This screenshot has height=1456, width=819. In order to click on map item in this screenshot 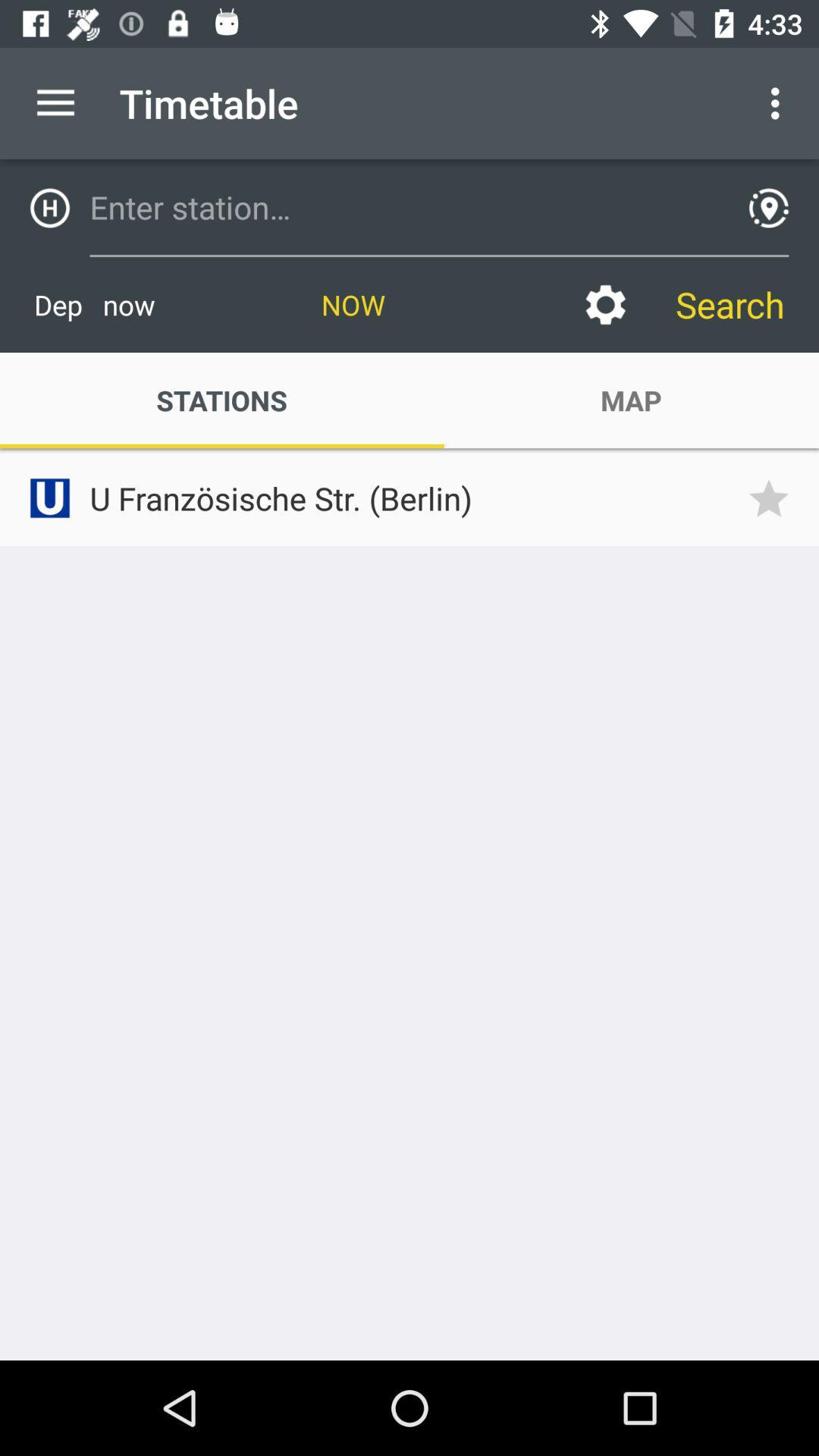, I will do `click(631, 400)`.